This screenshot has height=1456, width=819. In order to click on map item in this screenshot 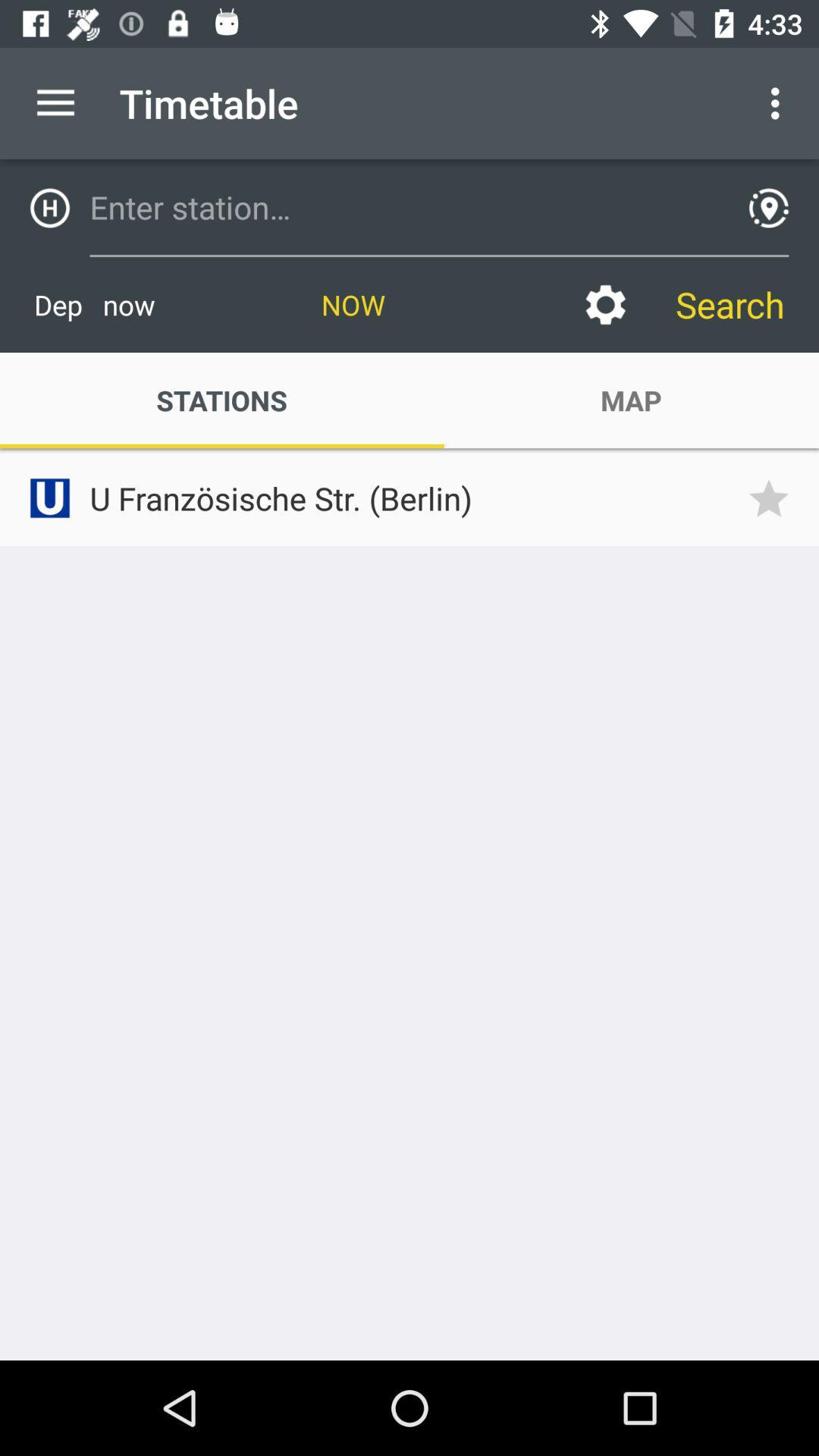, I will do `click(631, 400)`.